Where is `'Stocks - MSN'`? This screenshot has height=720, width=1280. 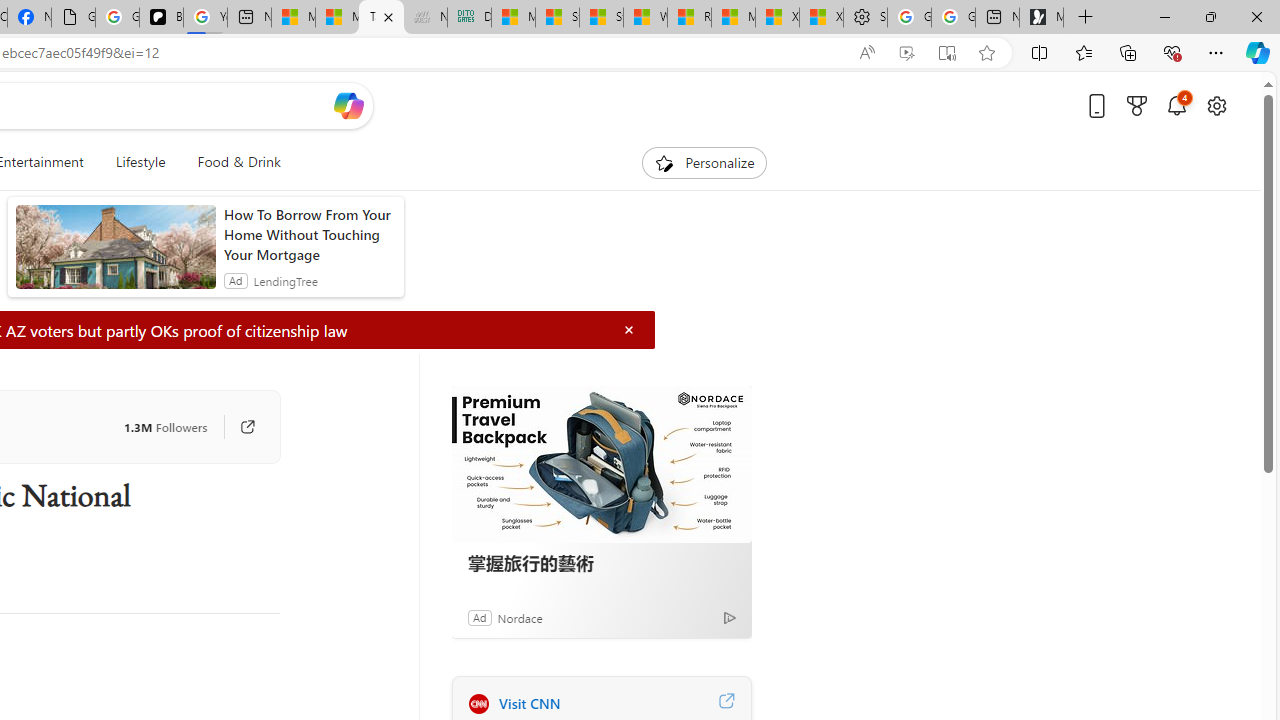 'Stocks - MSN' is located at coordinates (600, 17).